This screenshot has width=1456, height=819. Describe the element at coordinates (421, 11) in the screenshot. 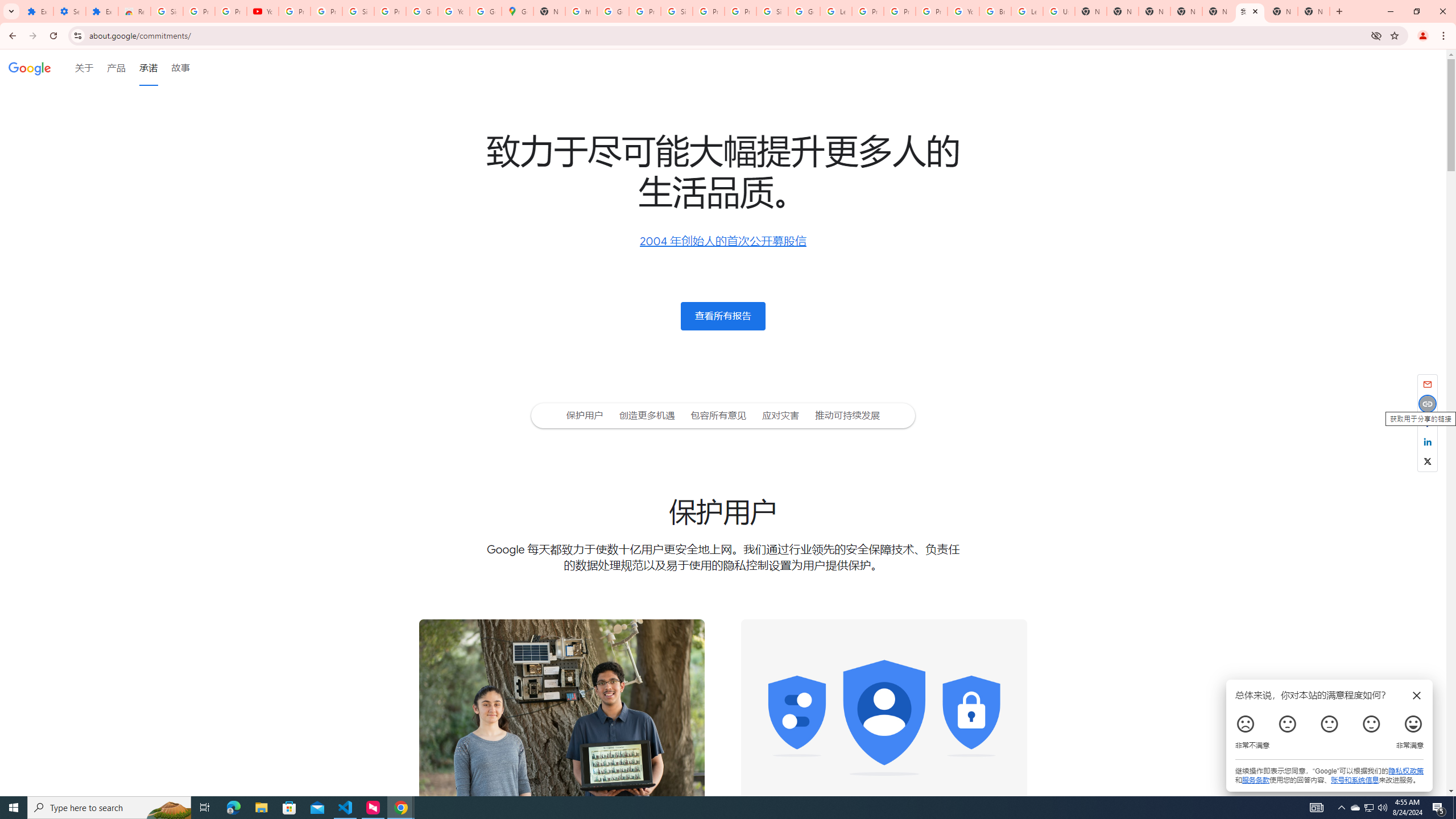

I see `'Google Account'` at that location.